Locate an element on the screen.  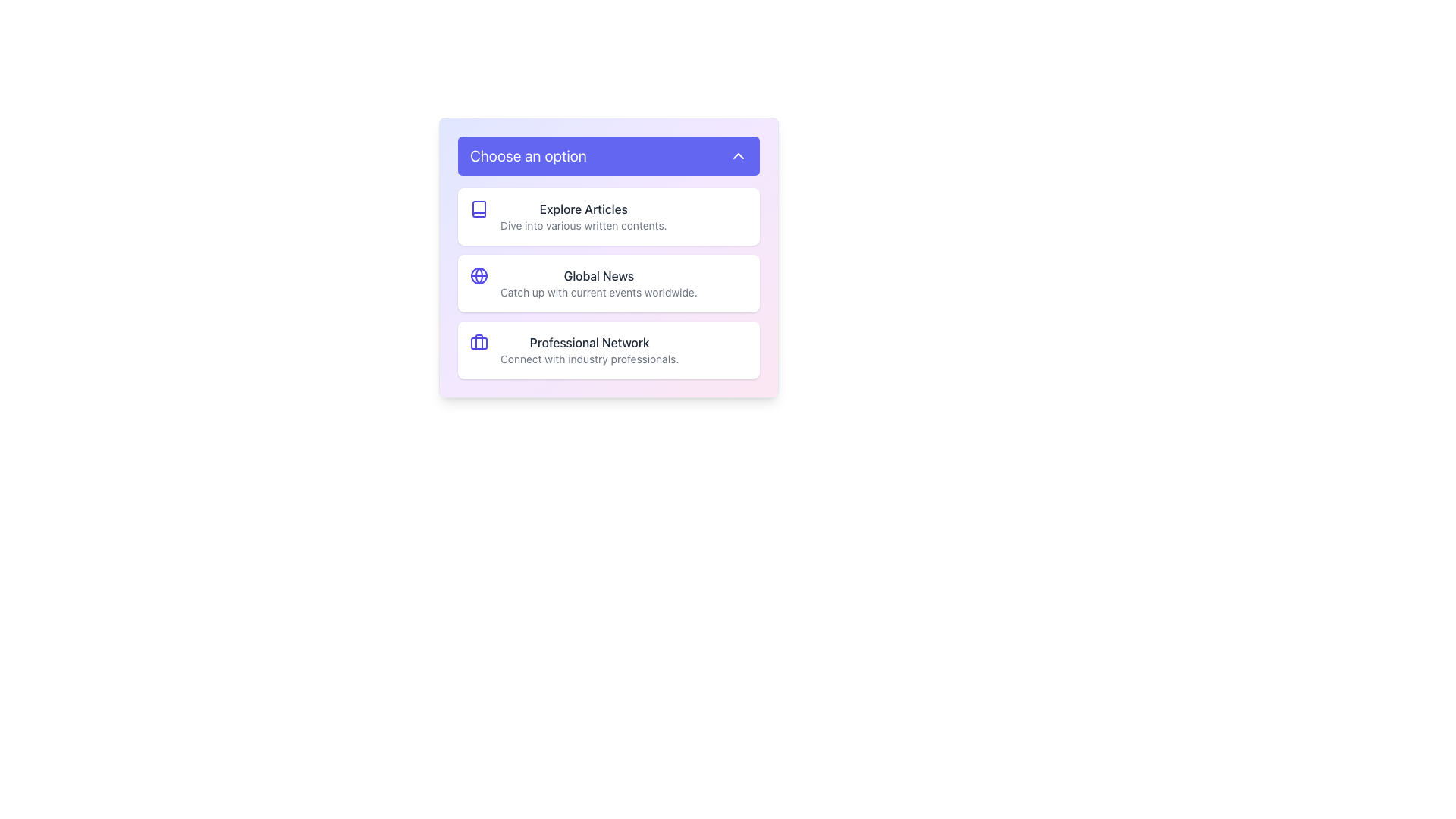
the small book-shaped icon located to the left of the text 'Explore Articles' in the first option's list item is located at coordinates (479, 209).